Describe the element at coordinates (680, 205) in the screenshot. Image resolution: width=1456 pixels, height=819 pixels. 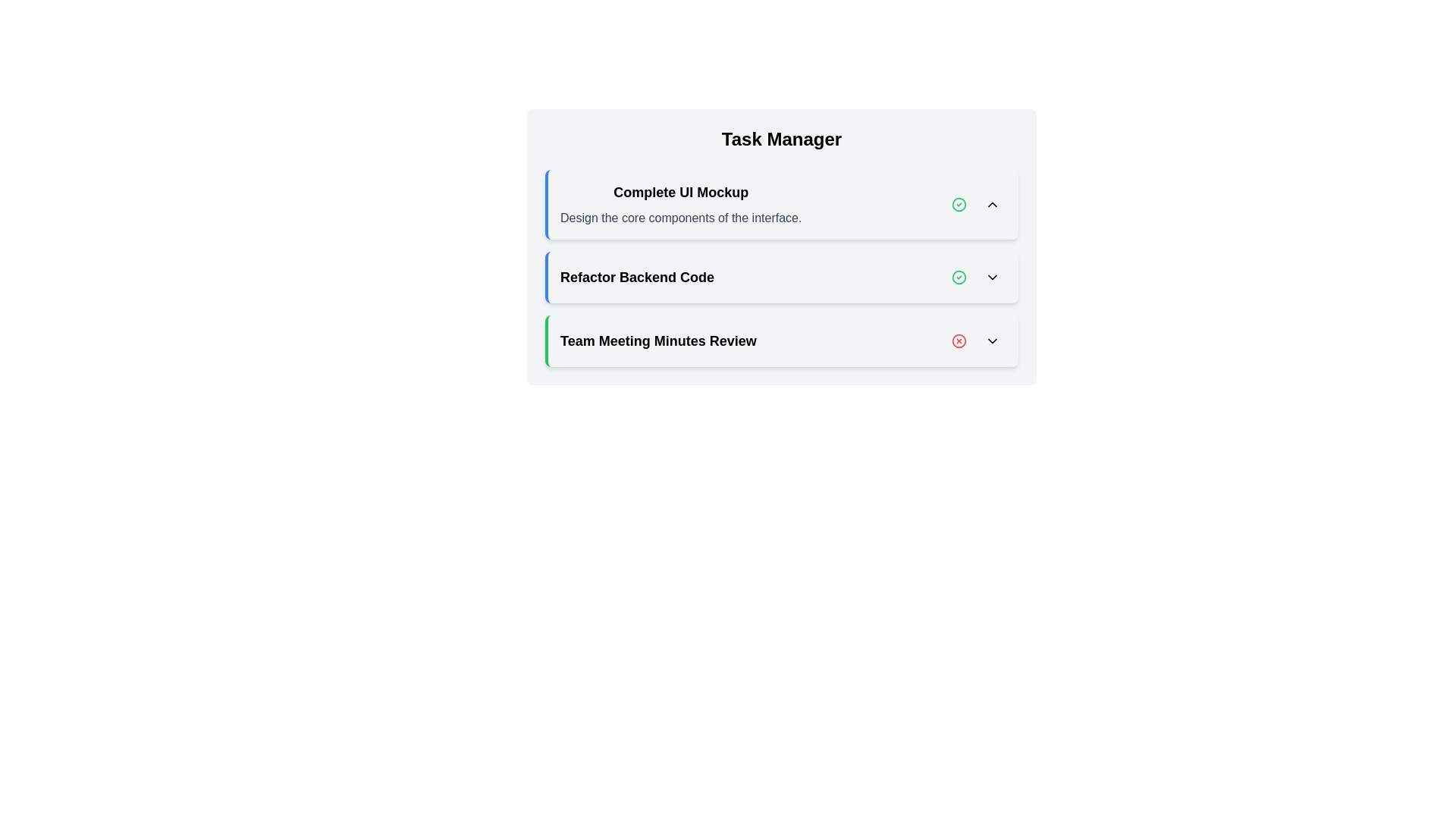
I see `the first Informational Text Block in the task list to read its content` at that location.